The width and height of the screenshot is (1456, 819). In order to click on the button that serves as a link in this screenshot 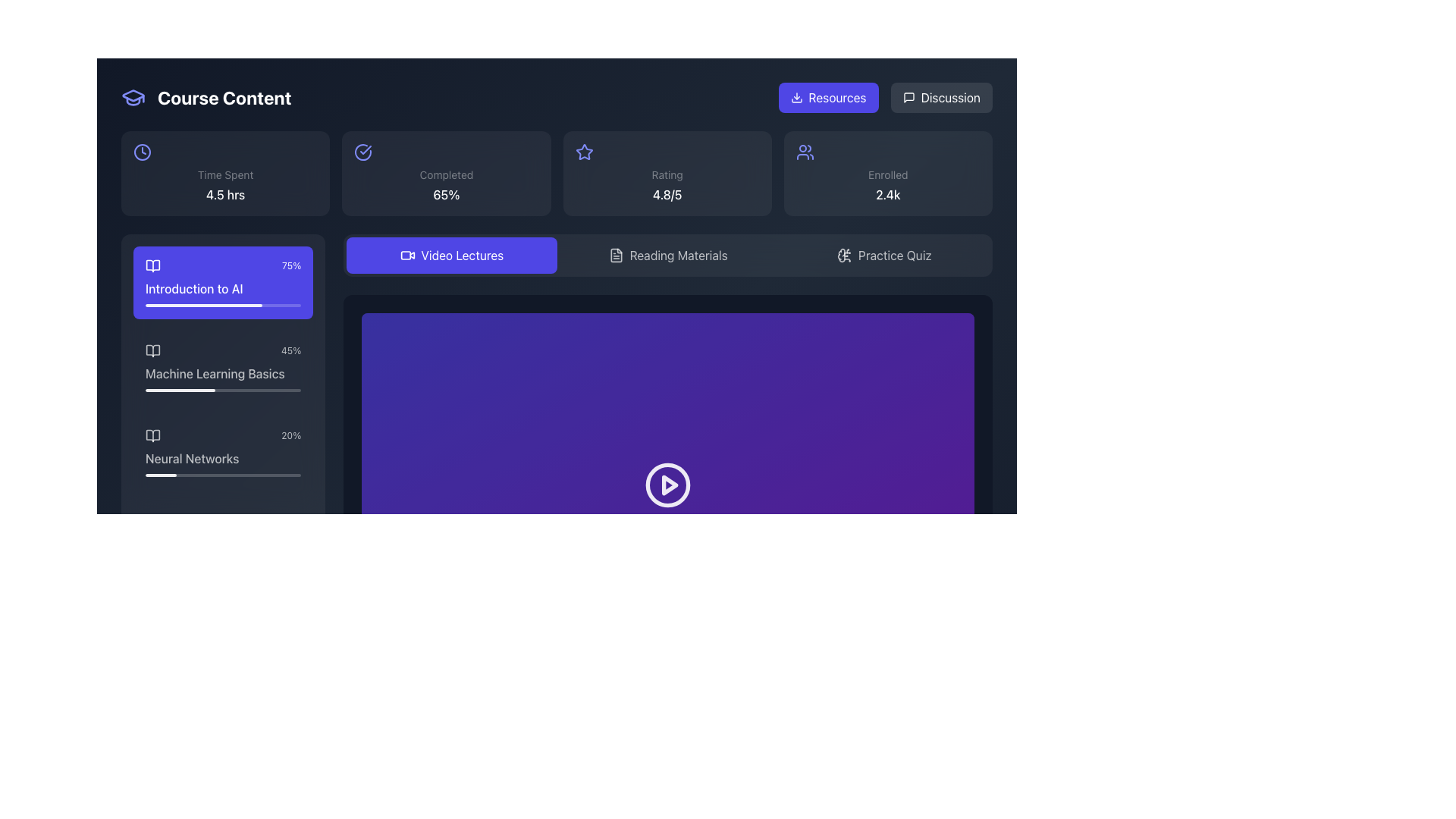, I will do `click(667, 254)`.